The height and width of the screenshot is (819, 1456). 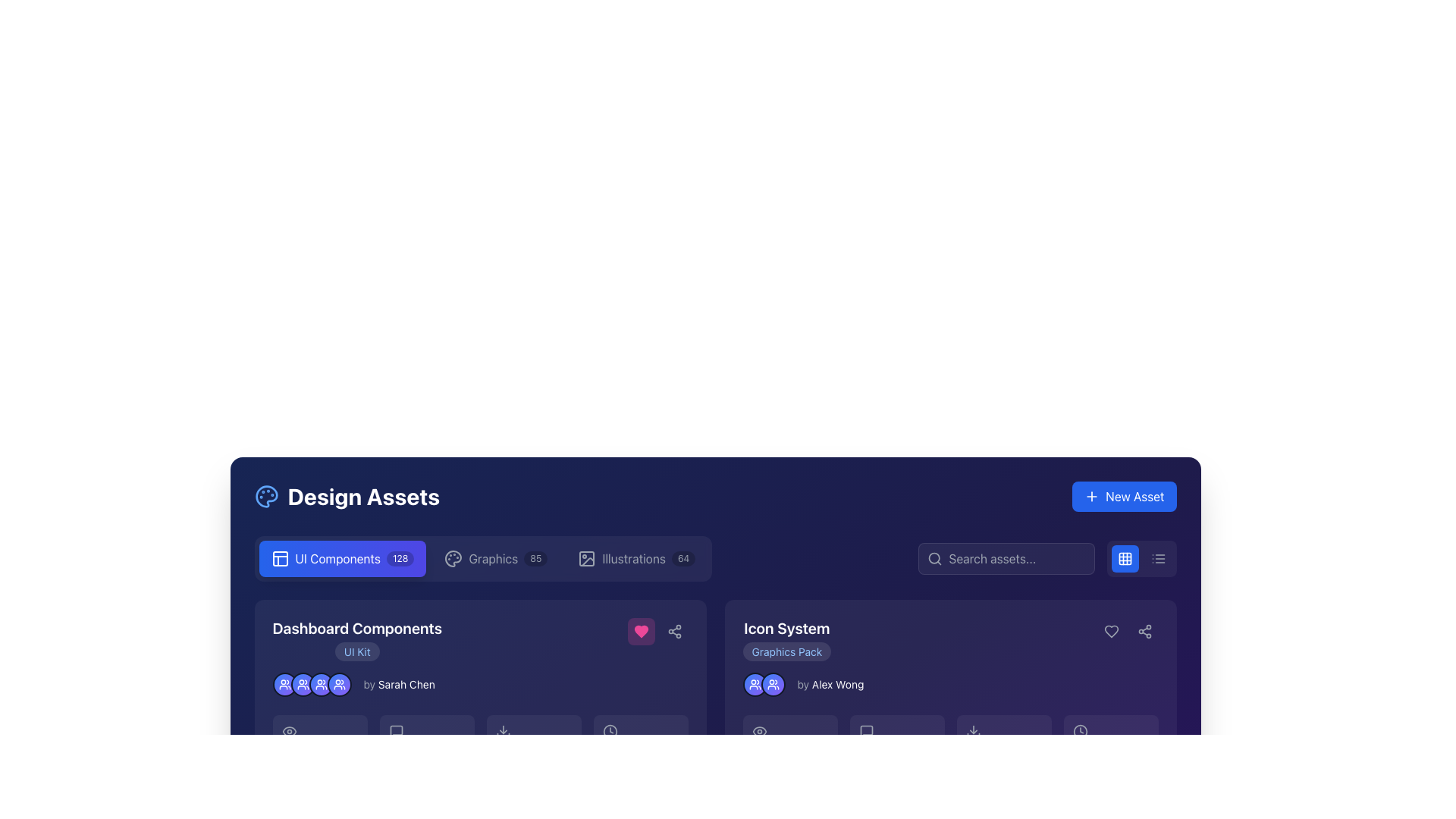 What do you see at coordinates (453, 558) in the screenshot?
I see `the leftmost icon in the 'Graphics 85' section, which visually represents the 'Graphics' category for quick reference` at bounding box center [453, 558].